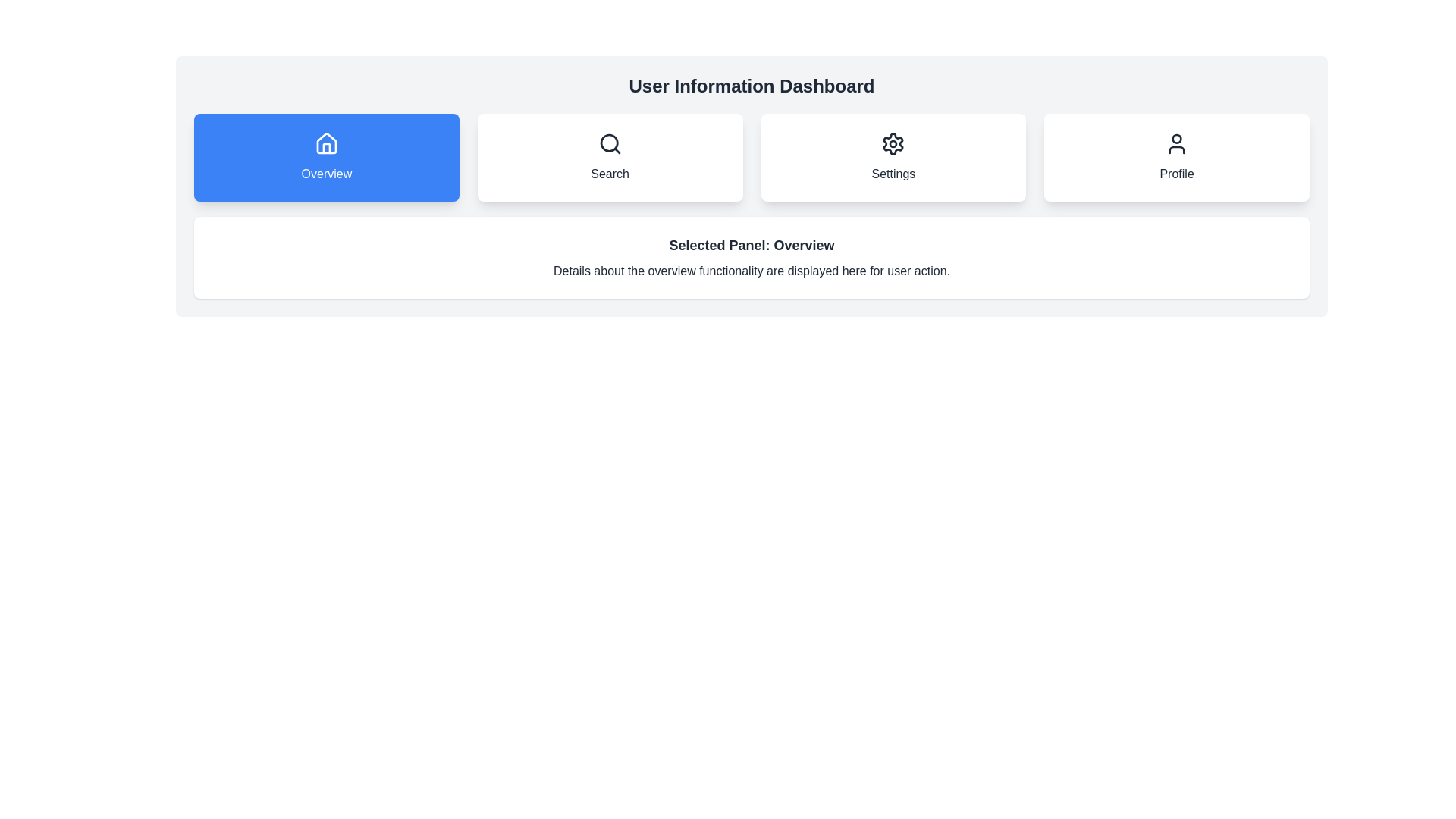 The image size is (1456, 819). Describe the element at coordinates (893, 143) in the screenshot. I see `the 'Settings' icon located in the button group beneath the 'User Information Dashboard'` at that location.